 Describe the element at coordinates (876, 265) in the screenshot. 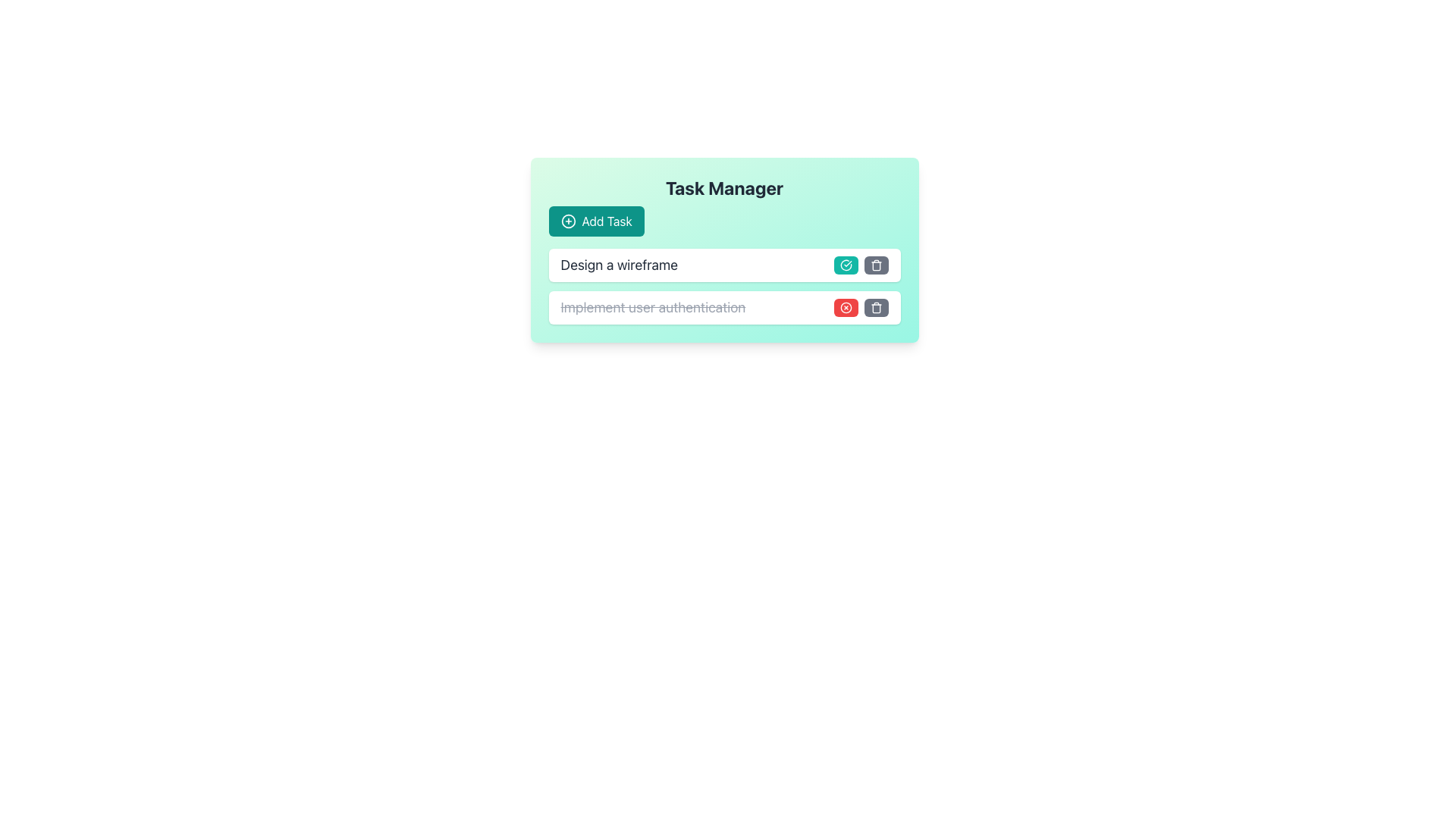

I see `the trash icon button at the right end of the second task row labeled 'Design a wireframe'` at that location.